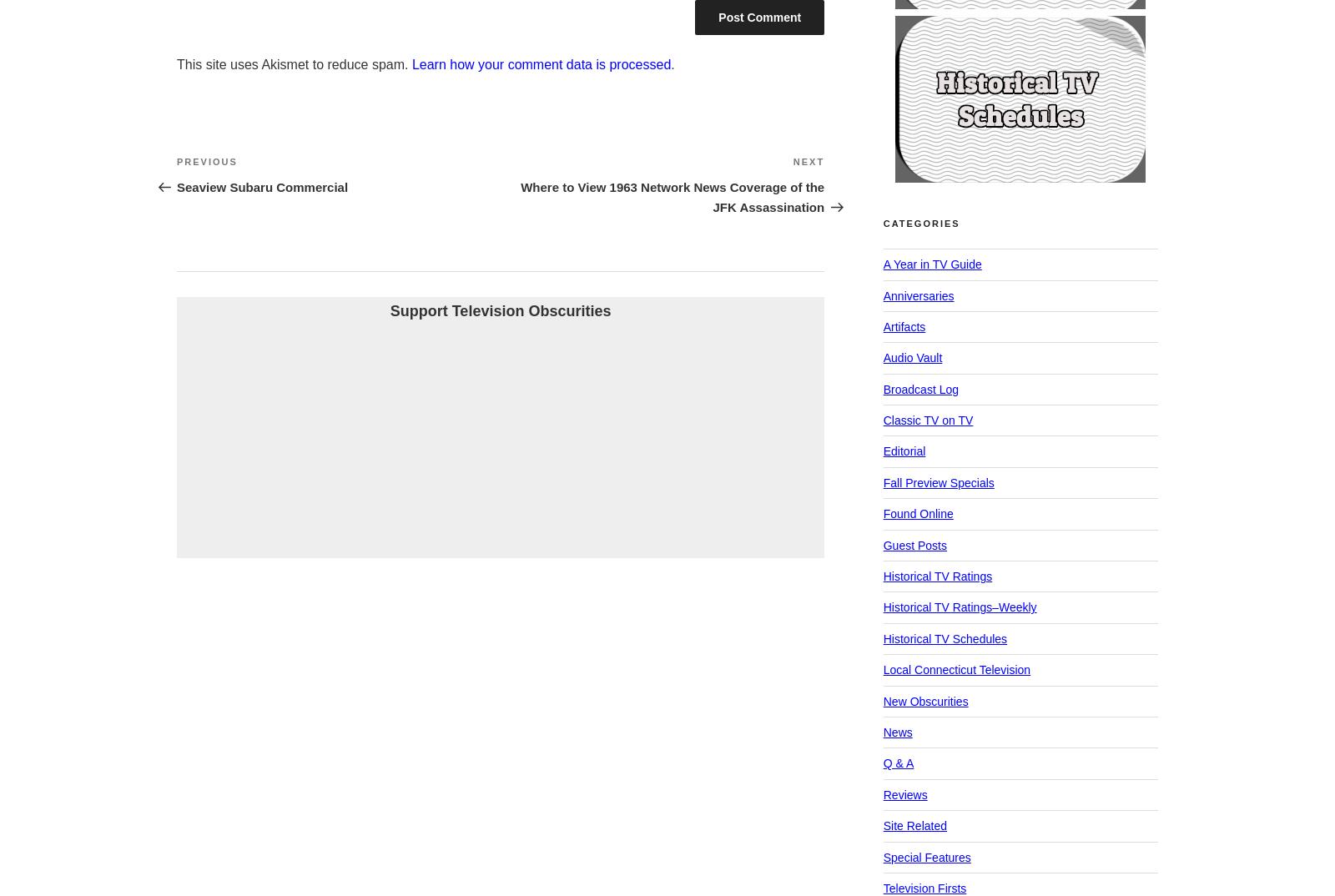 The height and width of the screenshot is (896, 1335). I want to click on 'Learn how your comment data is processed', so click(541, 63).